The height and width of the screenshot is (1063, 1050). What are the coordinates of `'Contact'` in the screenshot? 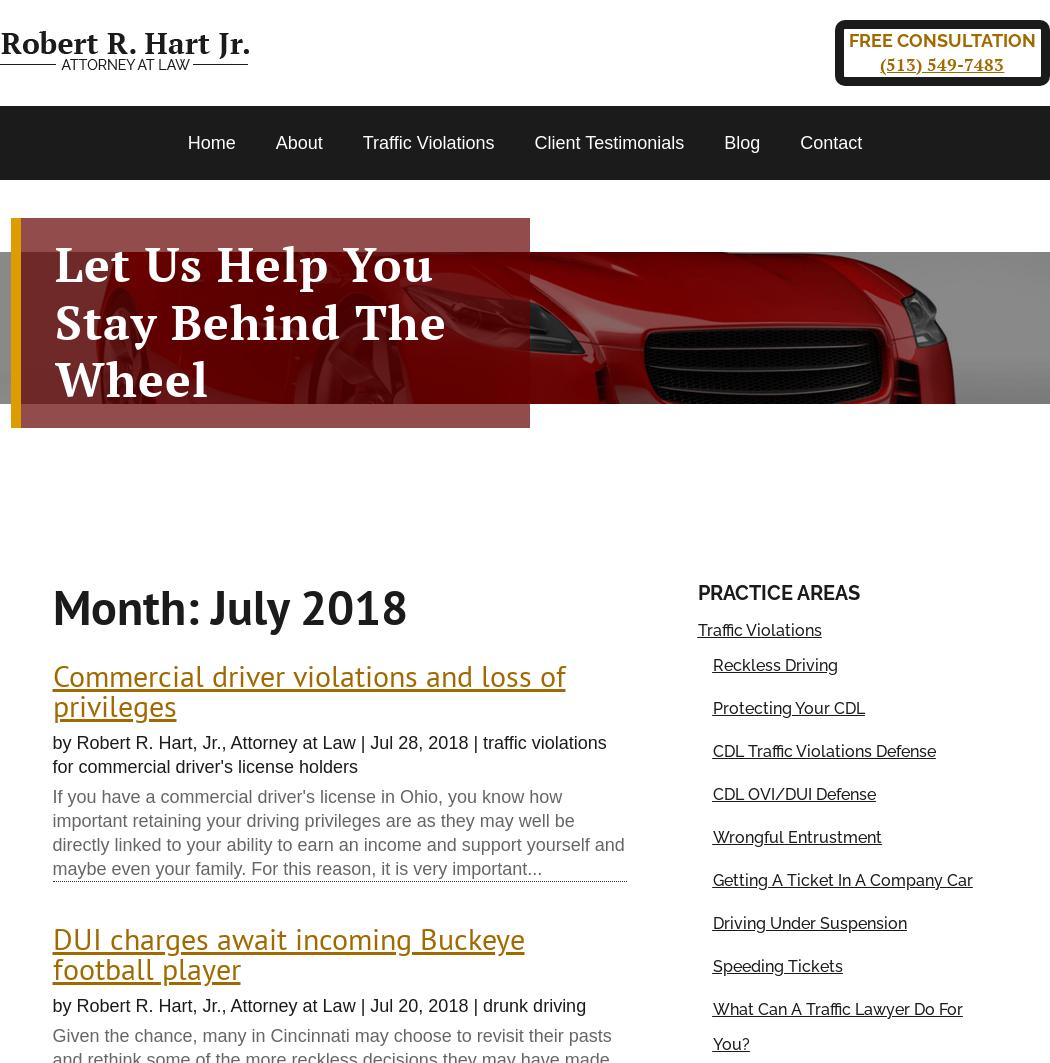 It's located at (830, 142).